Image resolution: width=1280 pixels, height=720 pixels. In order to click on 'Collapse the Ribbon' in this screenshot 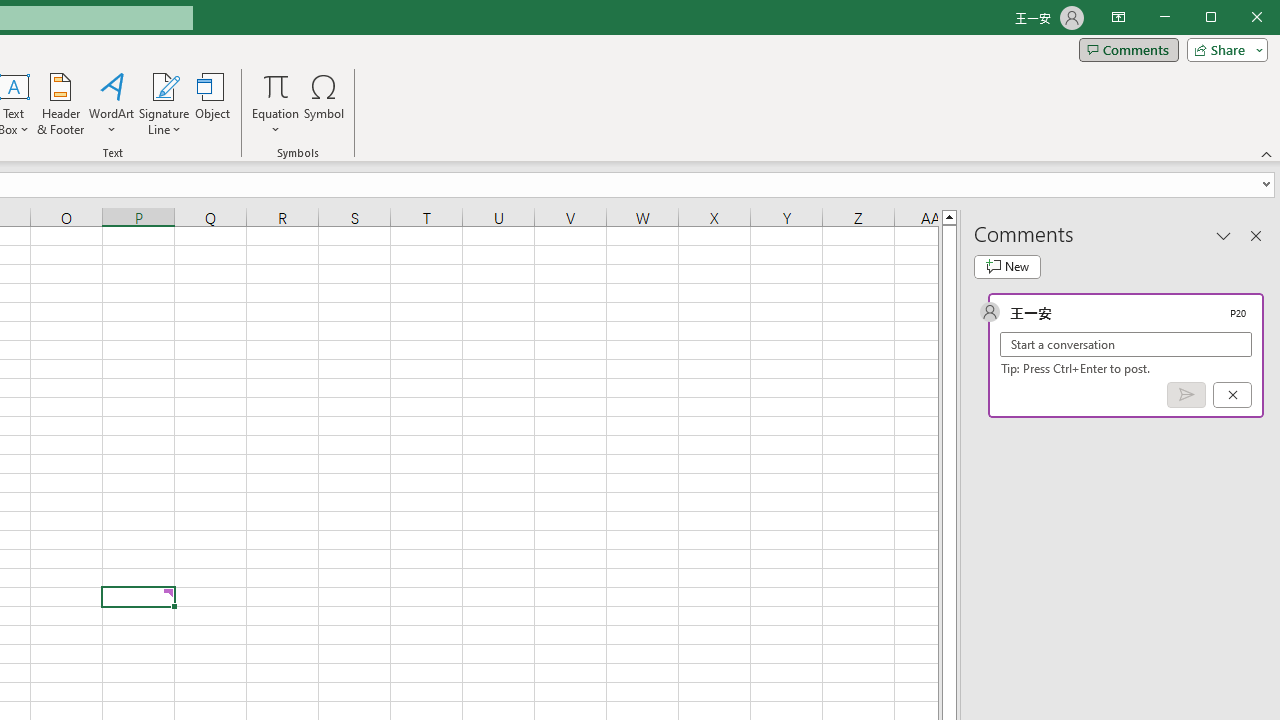, I will do `click(1266, 153)`.